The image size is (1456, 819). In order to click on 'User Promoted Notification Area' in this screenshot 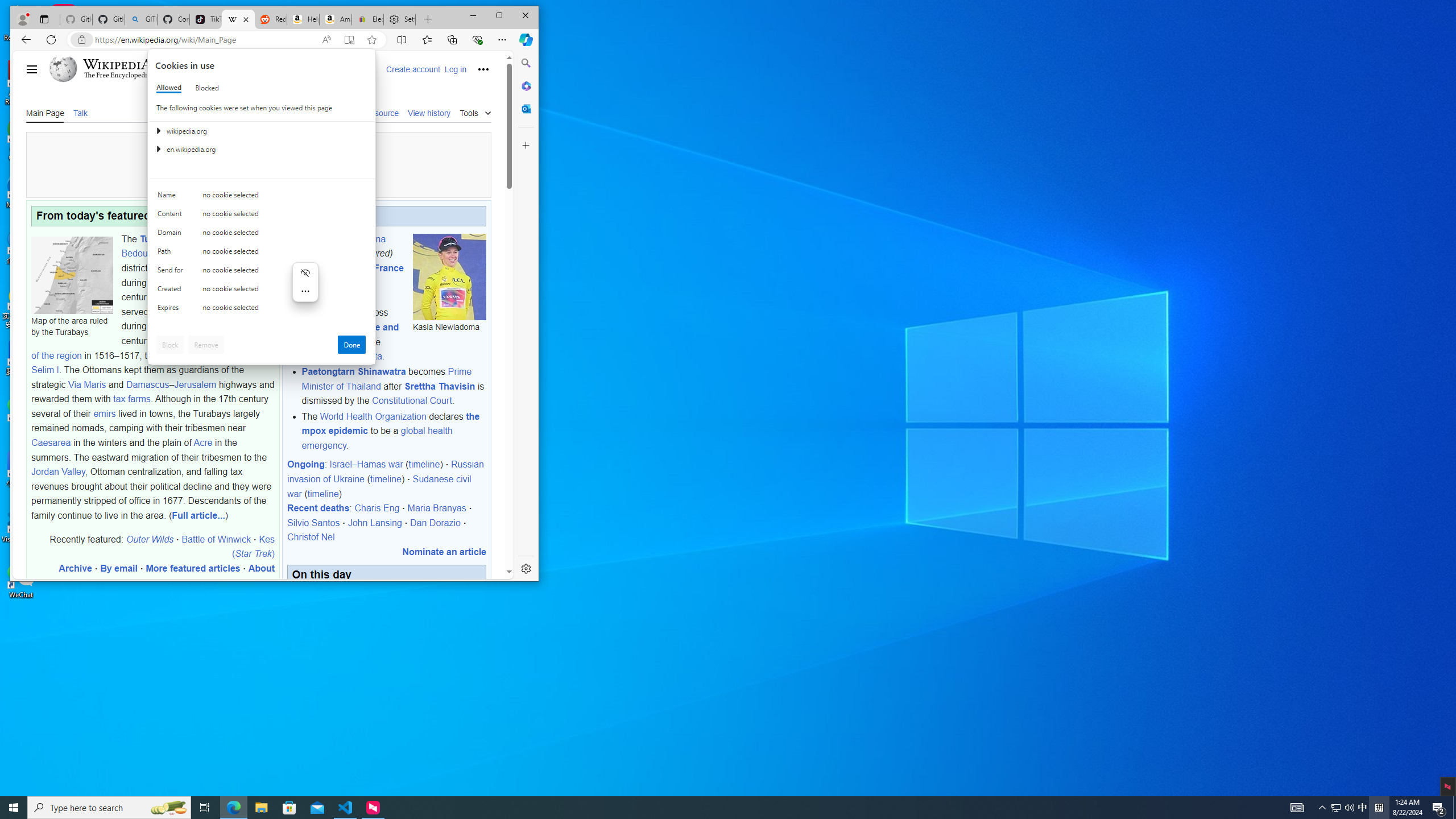, I will do `click(1342, 806)`.